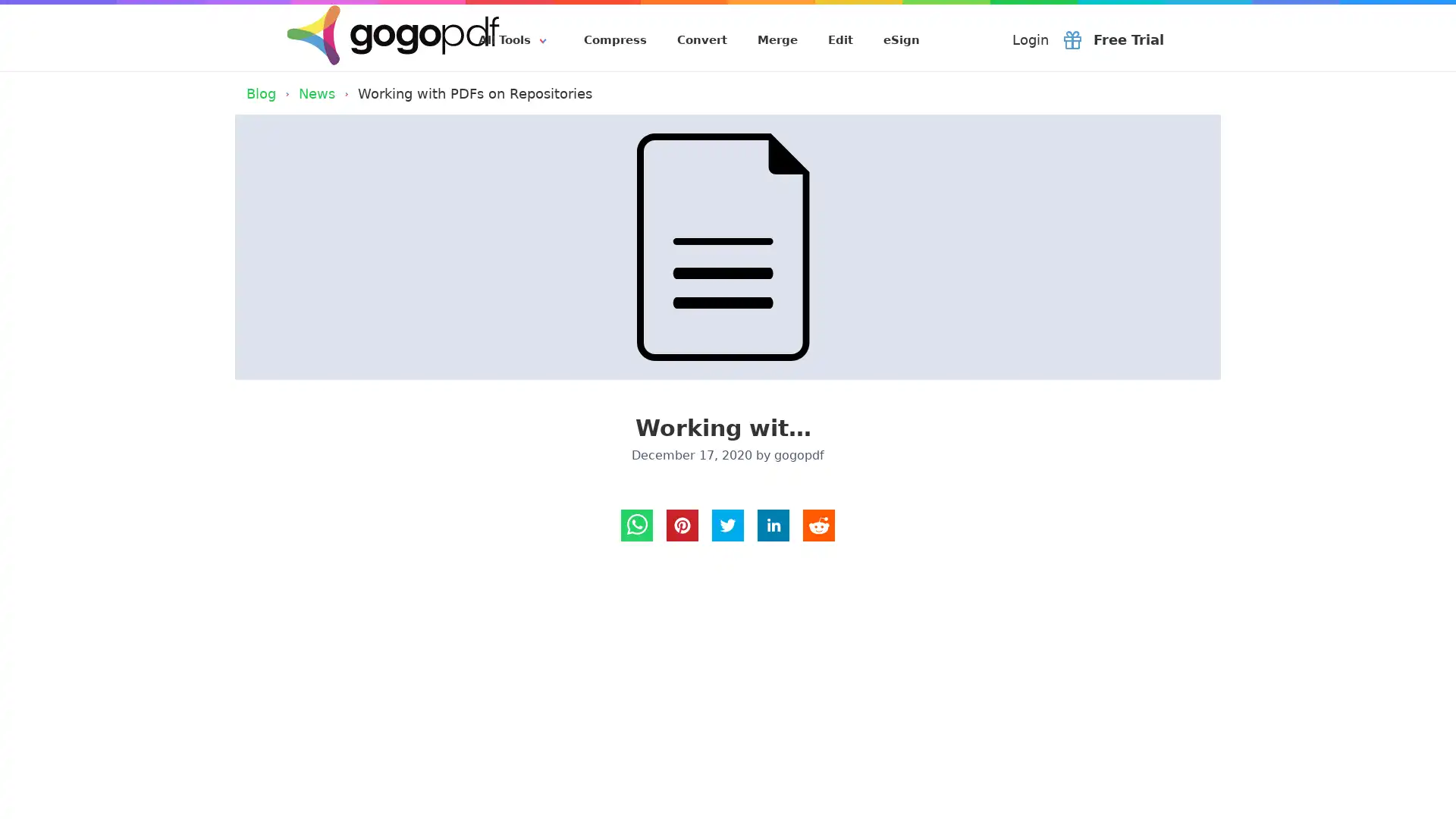  What do you see at coordinates (315, 93) in the screenshot?
I see `News` at bounding box center [315, 93].